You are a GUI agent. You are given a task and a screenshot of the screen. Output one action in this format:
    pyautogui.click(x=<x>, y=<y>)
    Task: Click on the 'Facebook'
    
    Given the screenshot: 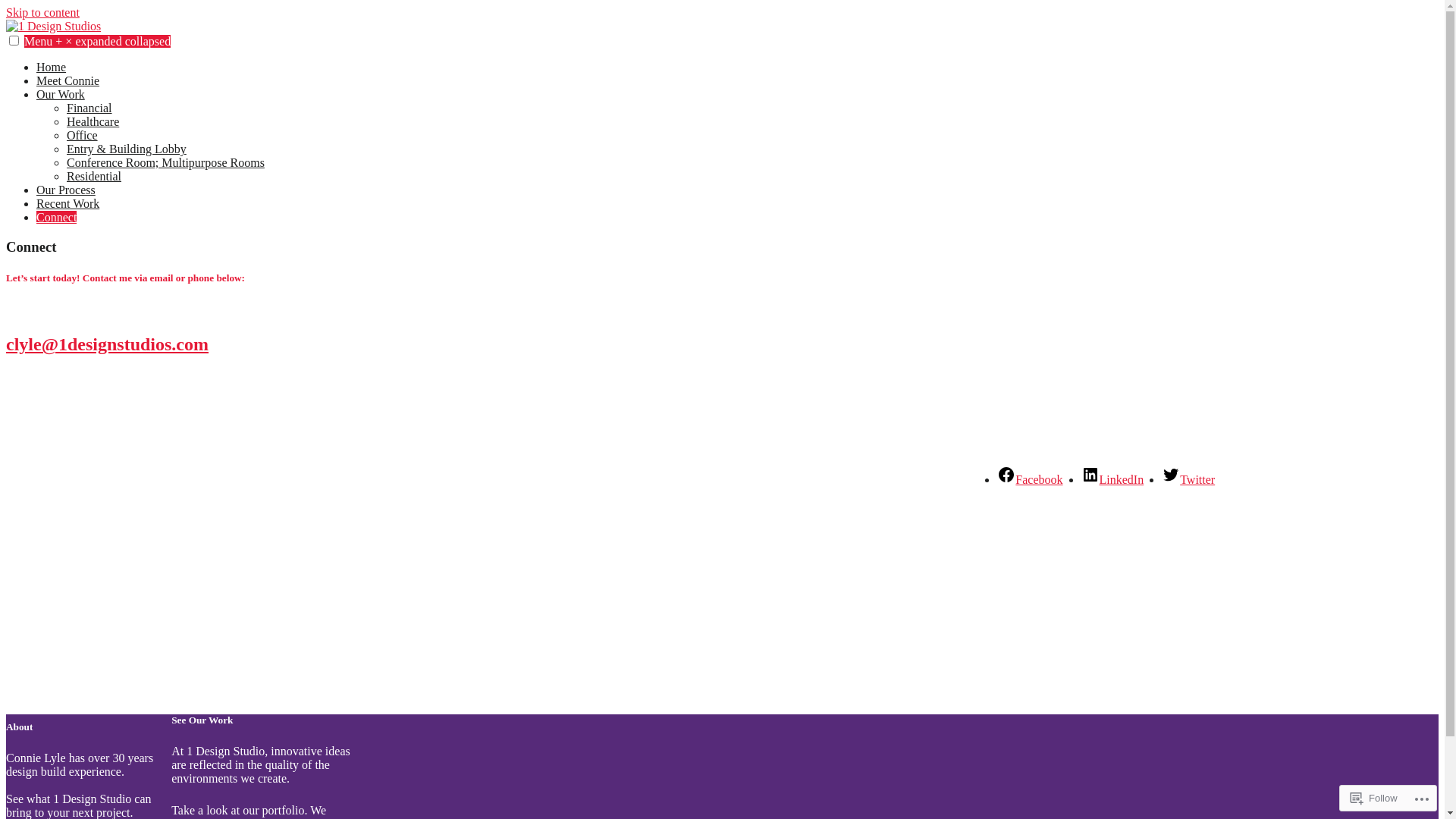 What is the action you would take?
    pyautogui.click(x=1030, y=479)
    